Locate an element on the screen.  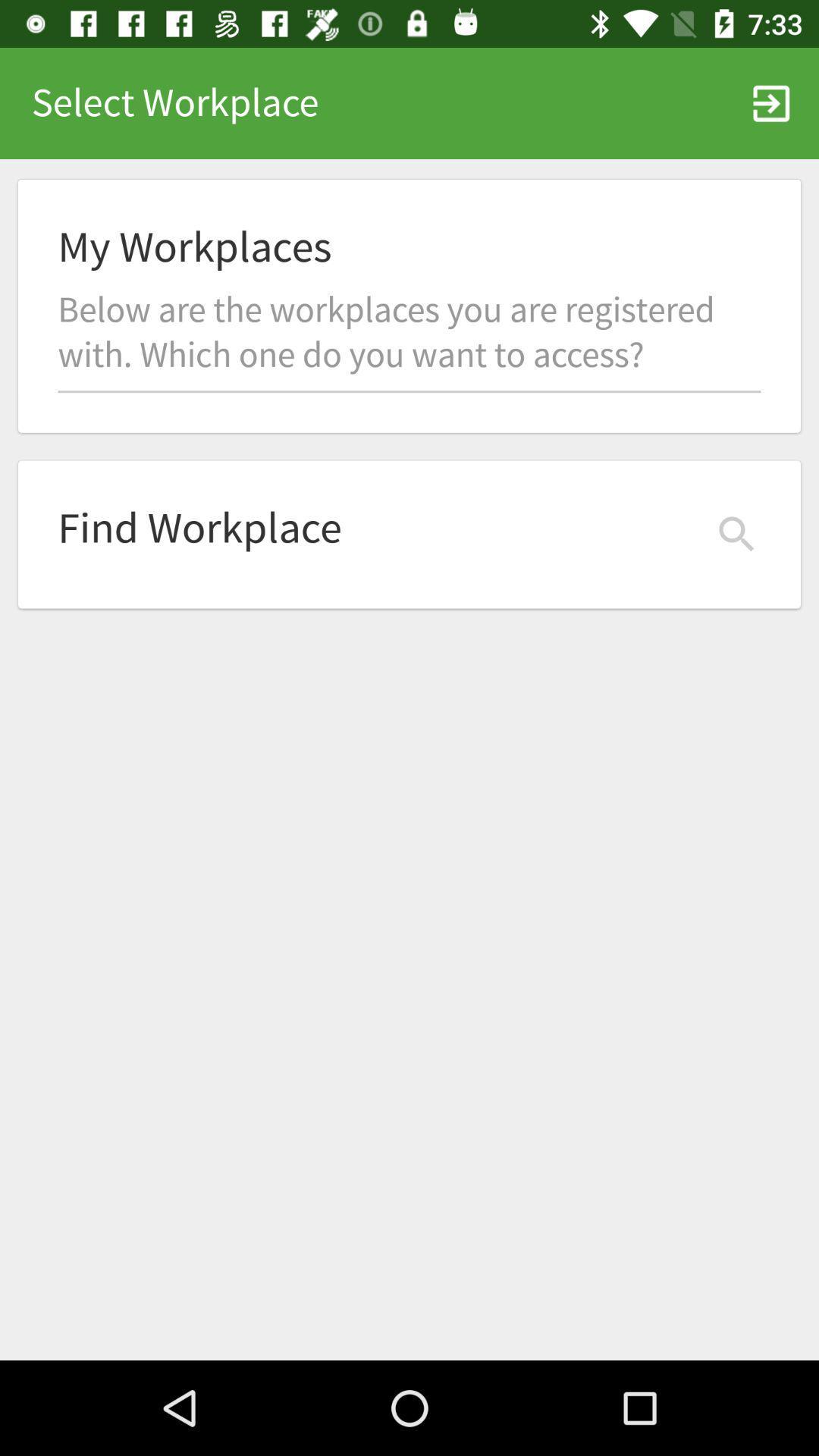
icon to the right of the select workplace item is located at coordinates (771, 102).